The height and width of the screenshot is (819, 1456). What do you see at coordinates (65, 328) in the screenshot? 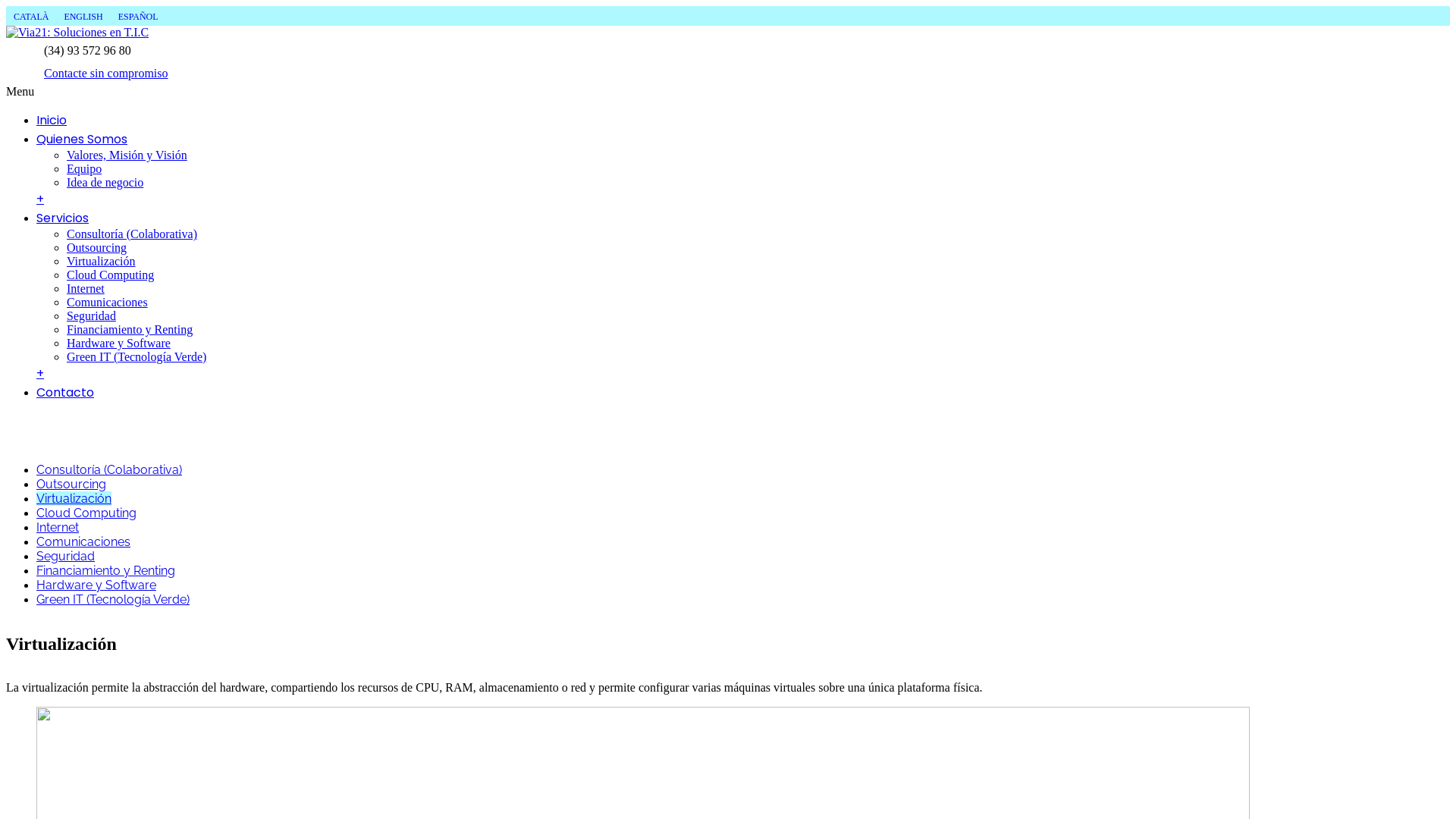
I see `'Financiamiento y Renting'` at bounding box center [65, 328].